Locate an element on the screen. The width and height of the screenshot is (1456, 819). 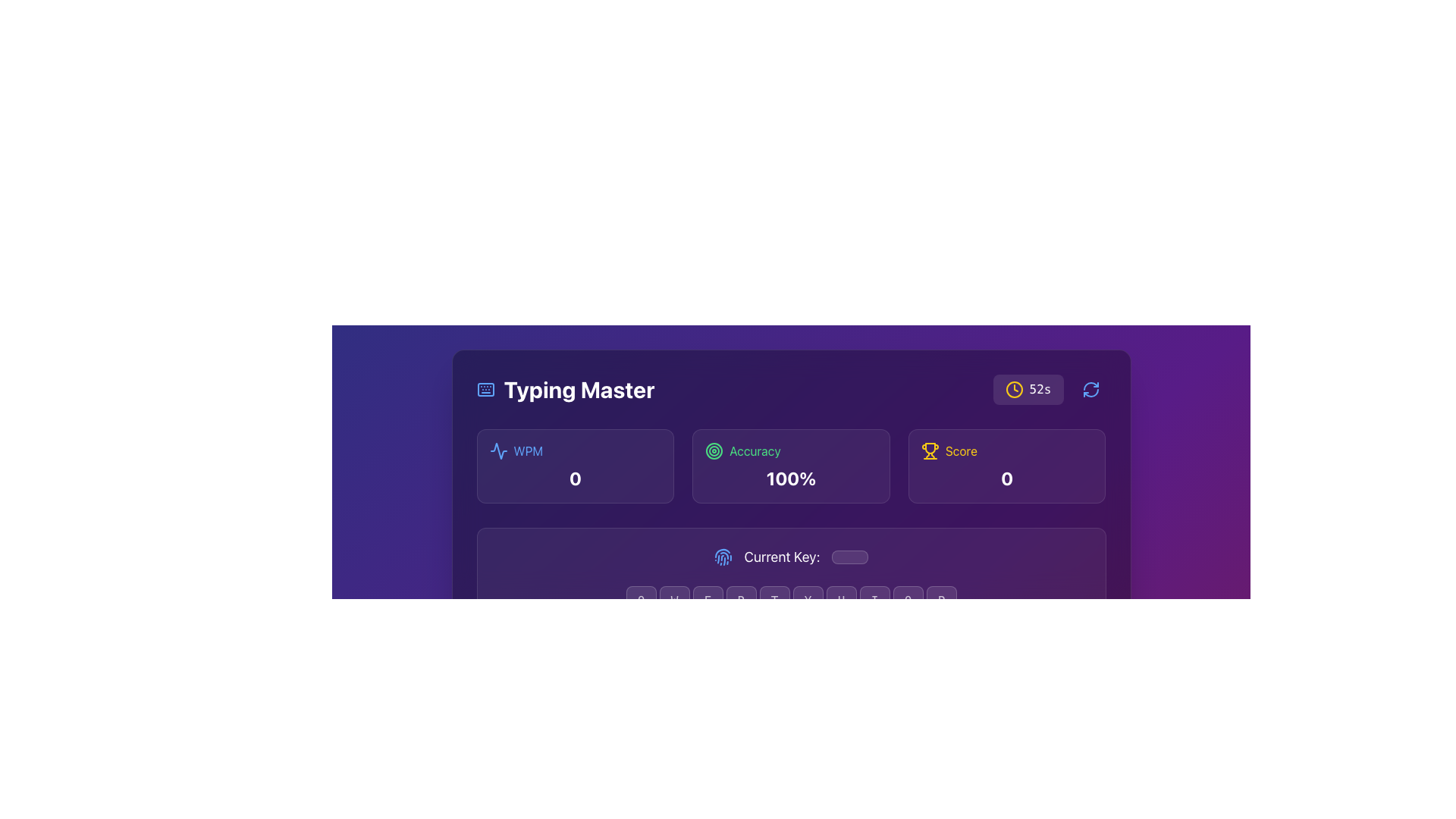
the rounded rectangular button with a capital letter 'Q' in the center, located in the row of buttons beneath the 'Current Key:' section is located at coordinates (641, 601).